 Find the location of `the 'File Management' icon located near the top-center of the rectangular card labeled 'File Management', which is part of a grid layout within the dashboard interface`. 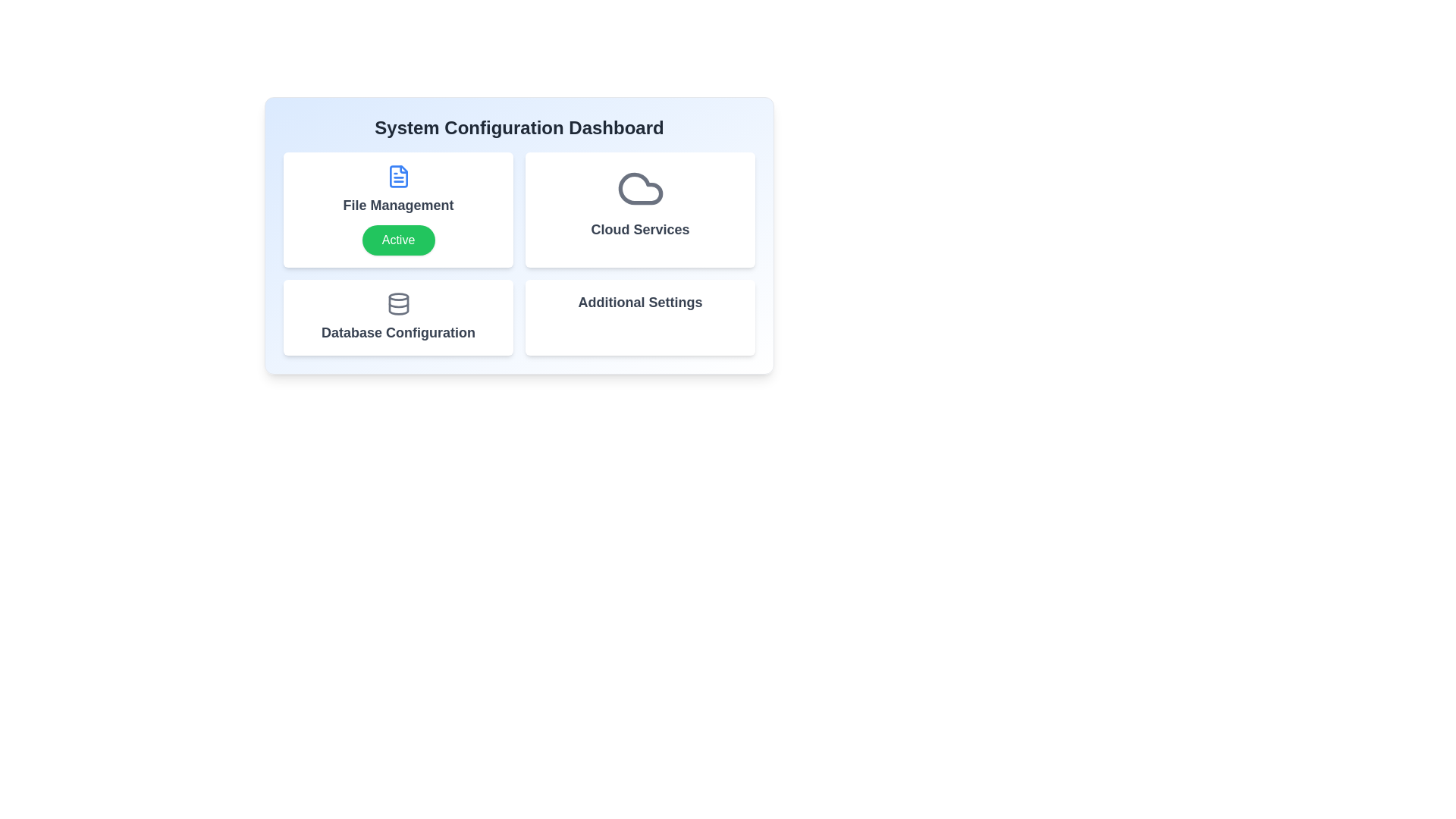

the 'File Management' icon located near the top-center of the rectangular card labeled 'File Management', which is part of a grid layout within the dashboard interface is located at coordinates (398, 175).